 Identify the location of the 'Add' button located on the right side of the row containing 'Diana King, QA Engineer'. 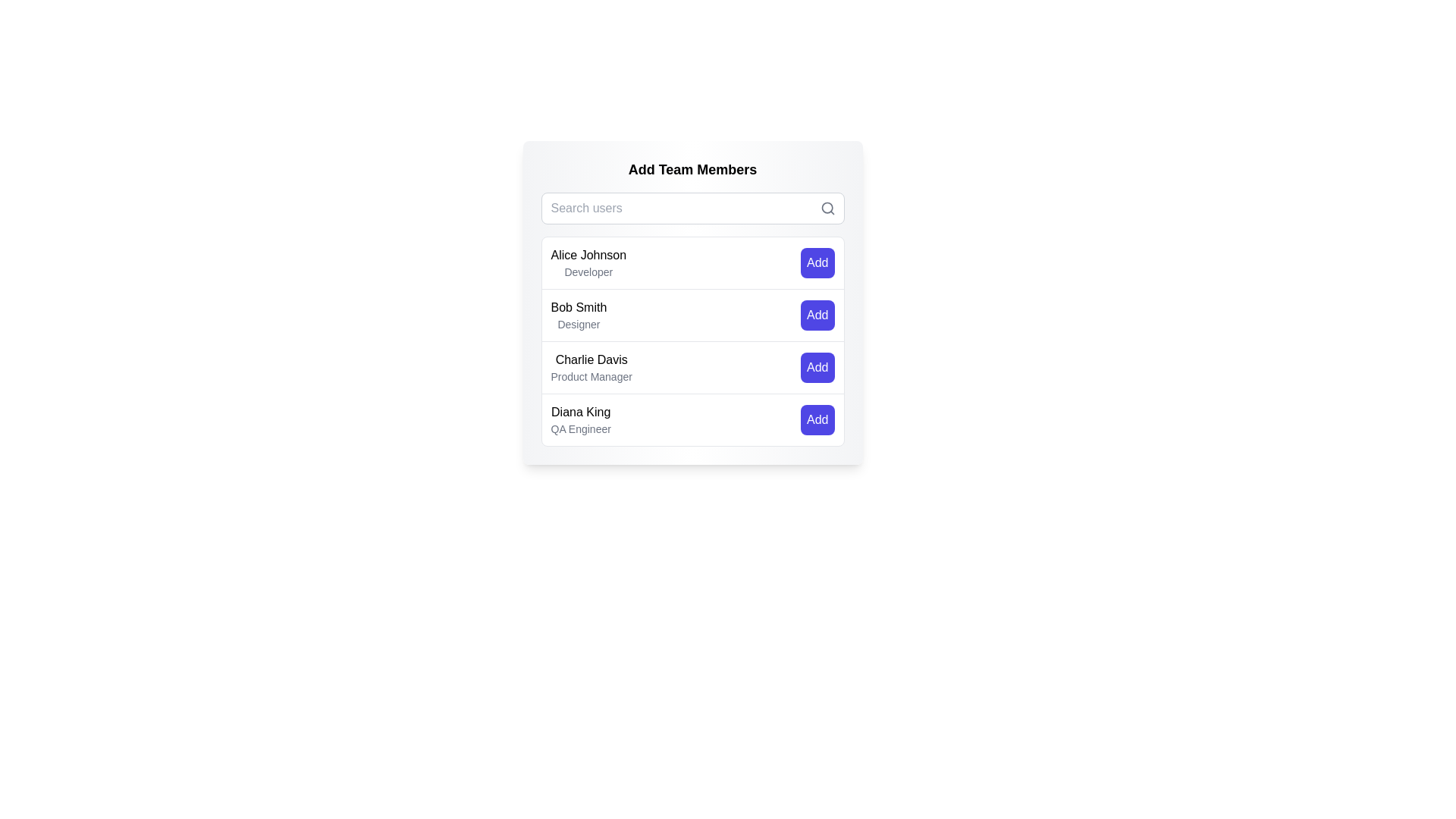
(817, 420).